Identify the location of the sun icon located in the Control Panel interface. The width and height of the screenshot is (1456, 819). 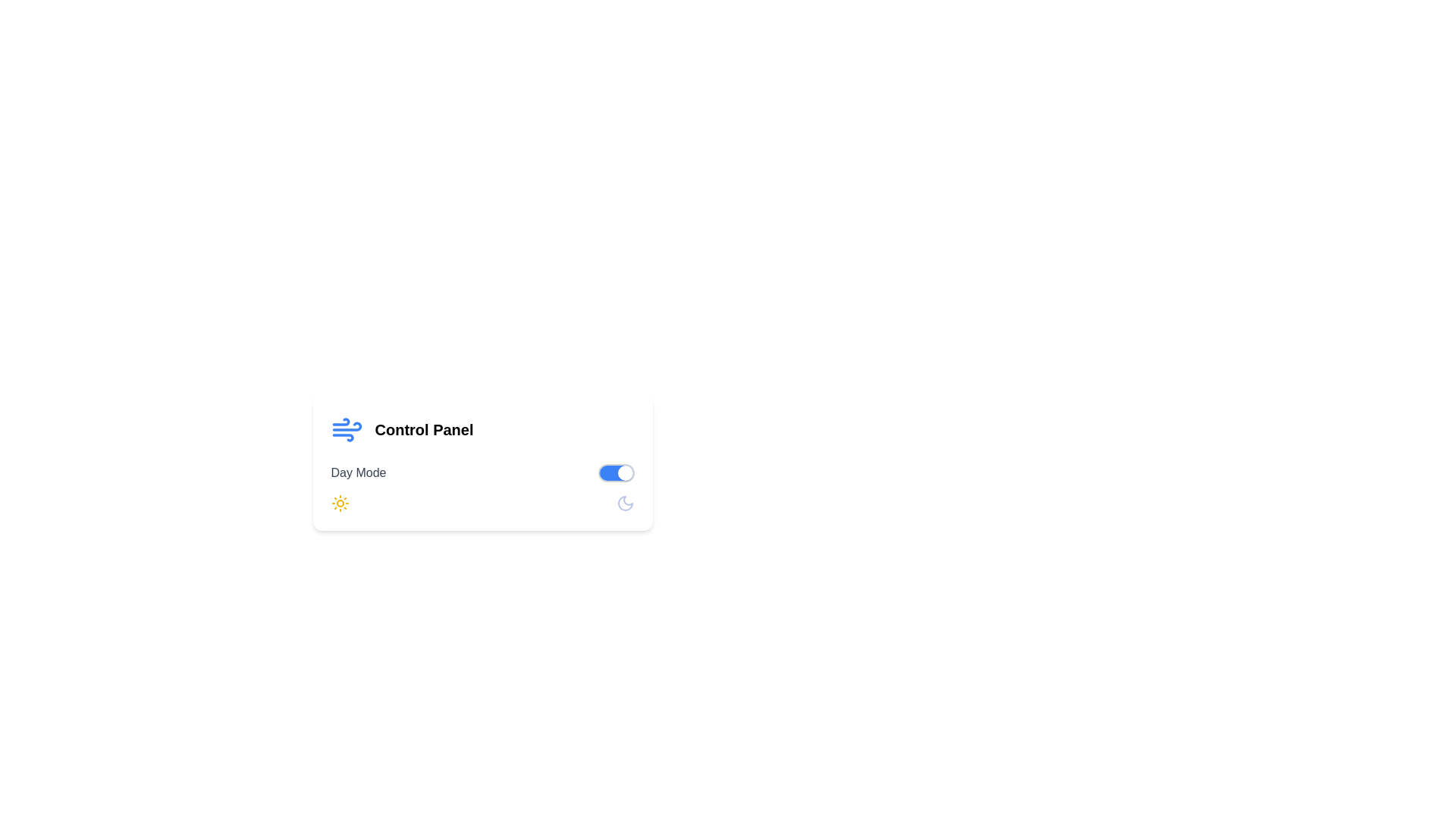
(339, 503).